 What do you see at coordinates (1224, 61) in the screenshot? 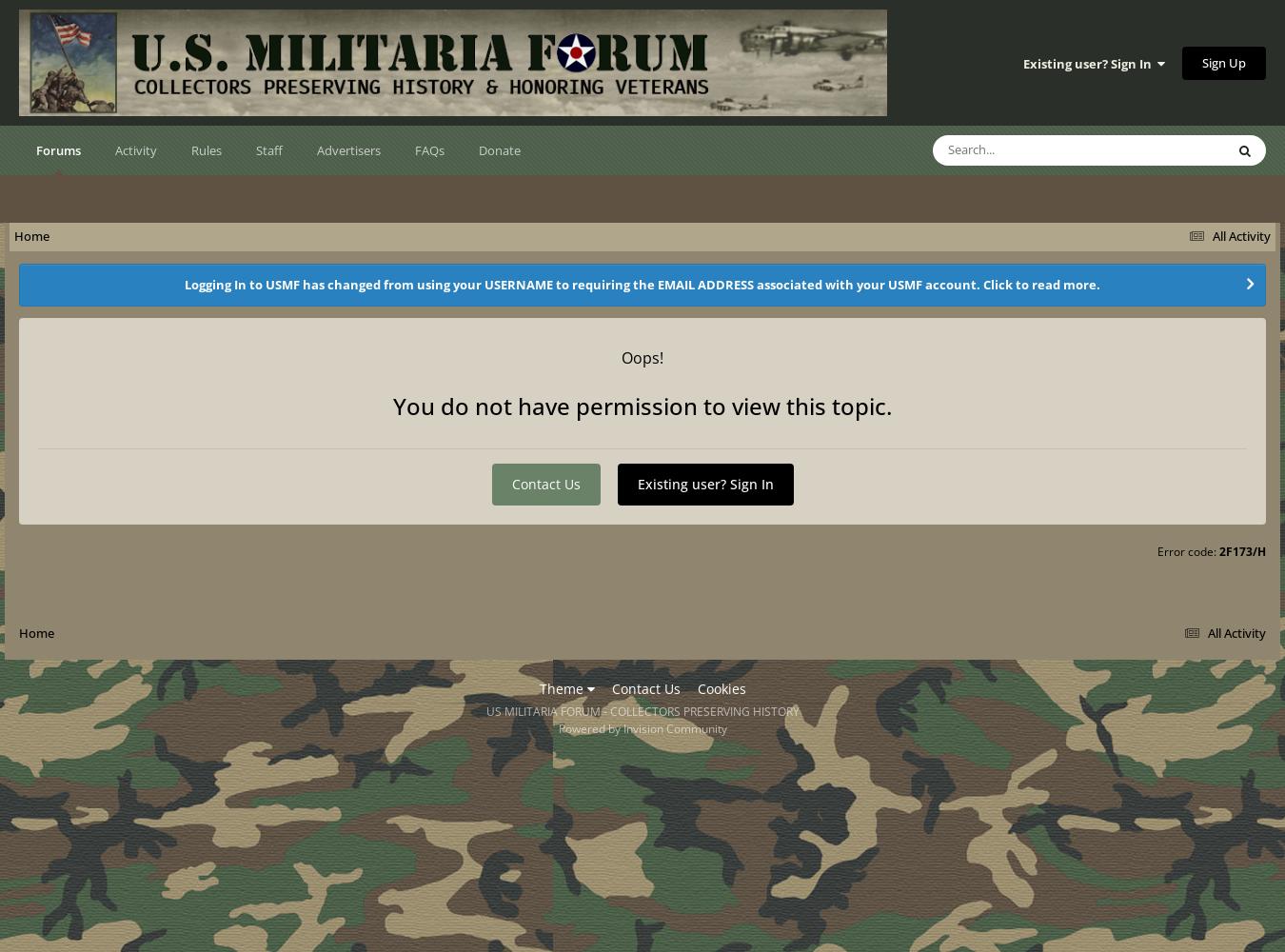
I see `'Sign Up'` at bounding box center [1224, 61].